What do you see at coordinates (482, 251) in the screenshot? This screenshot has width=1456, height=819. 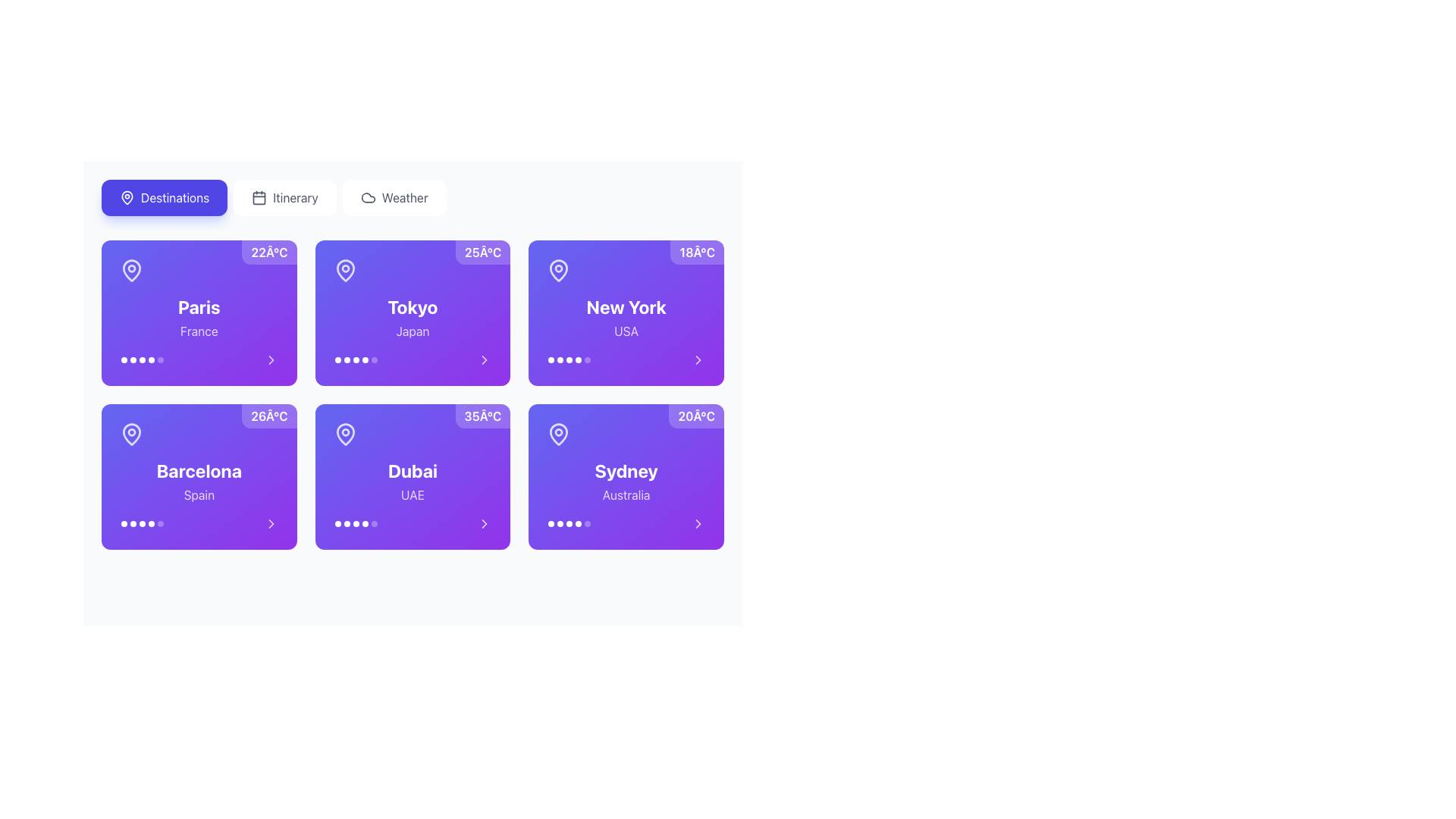 I see `the temperature label displaying climate conditions for 'Tokyo', which is located at the top-right corner of the card with 'Japan' underneath` at bounding box center [482, 251].